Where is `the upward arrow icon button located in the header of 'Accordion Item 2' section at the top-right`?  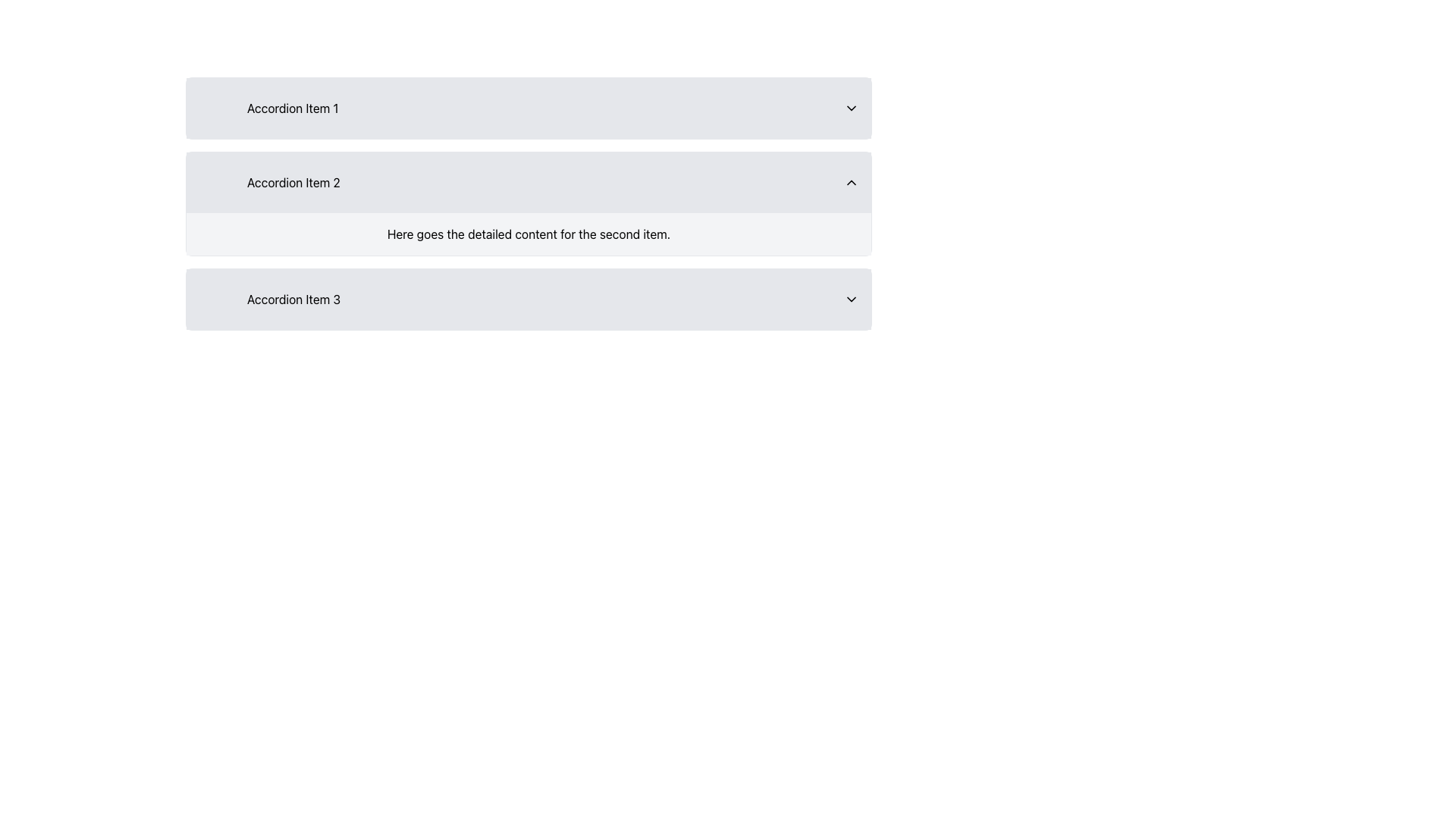 the upward arrow icon button located in the header of 'Accordion Item 2' section at the top-right is located at coordinates (852, 181).